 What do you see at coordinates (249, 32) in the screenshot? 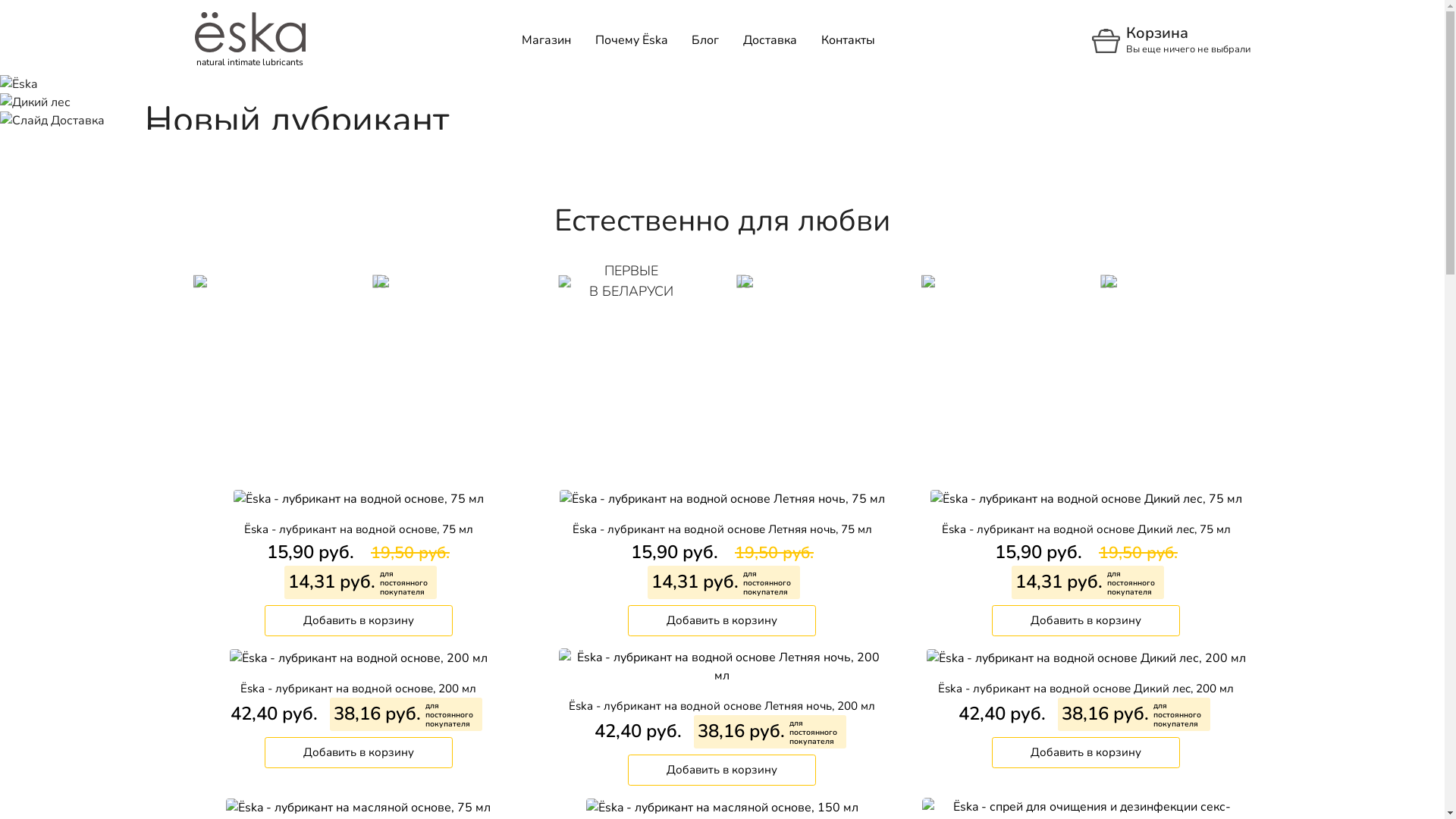
I see `'natural intimate lubricants'` at bounding box center [249, 32].